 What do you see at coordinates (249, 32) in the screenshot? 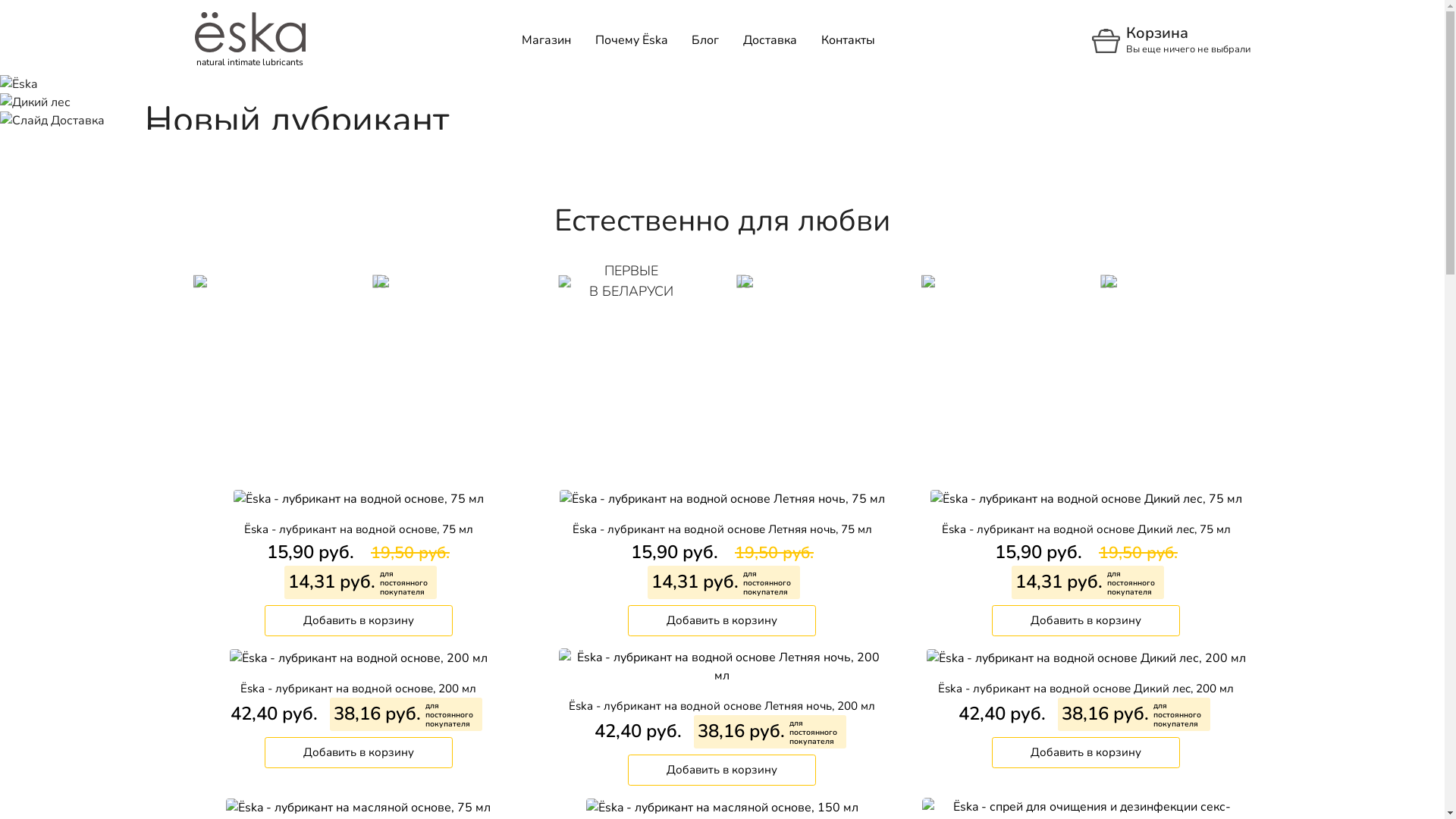
I see `'natural intimate lubricants'` at bounding box center [249, 32].